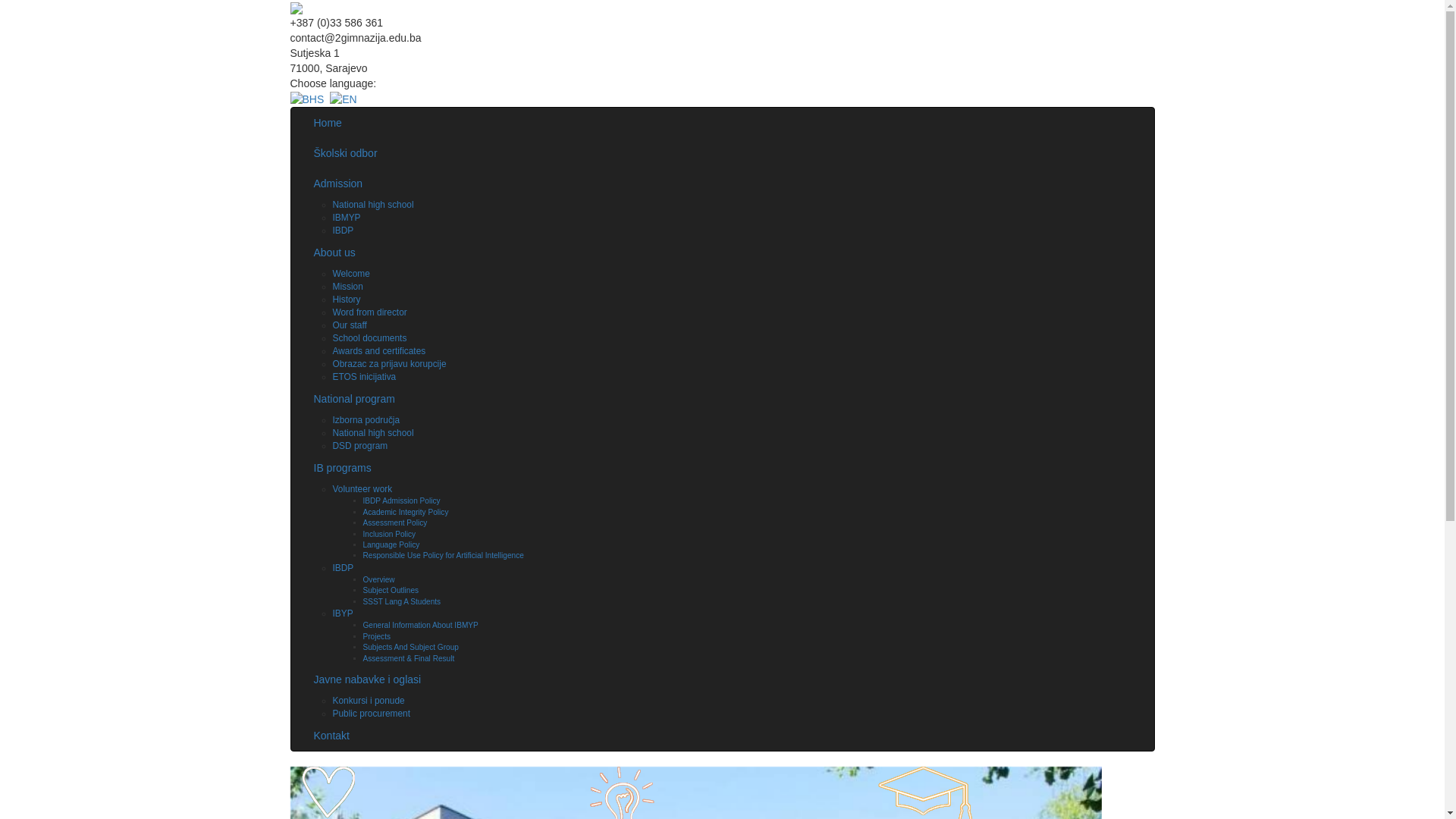  I want to click on 'IBDP', so click(341, 231).